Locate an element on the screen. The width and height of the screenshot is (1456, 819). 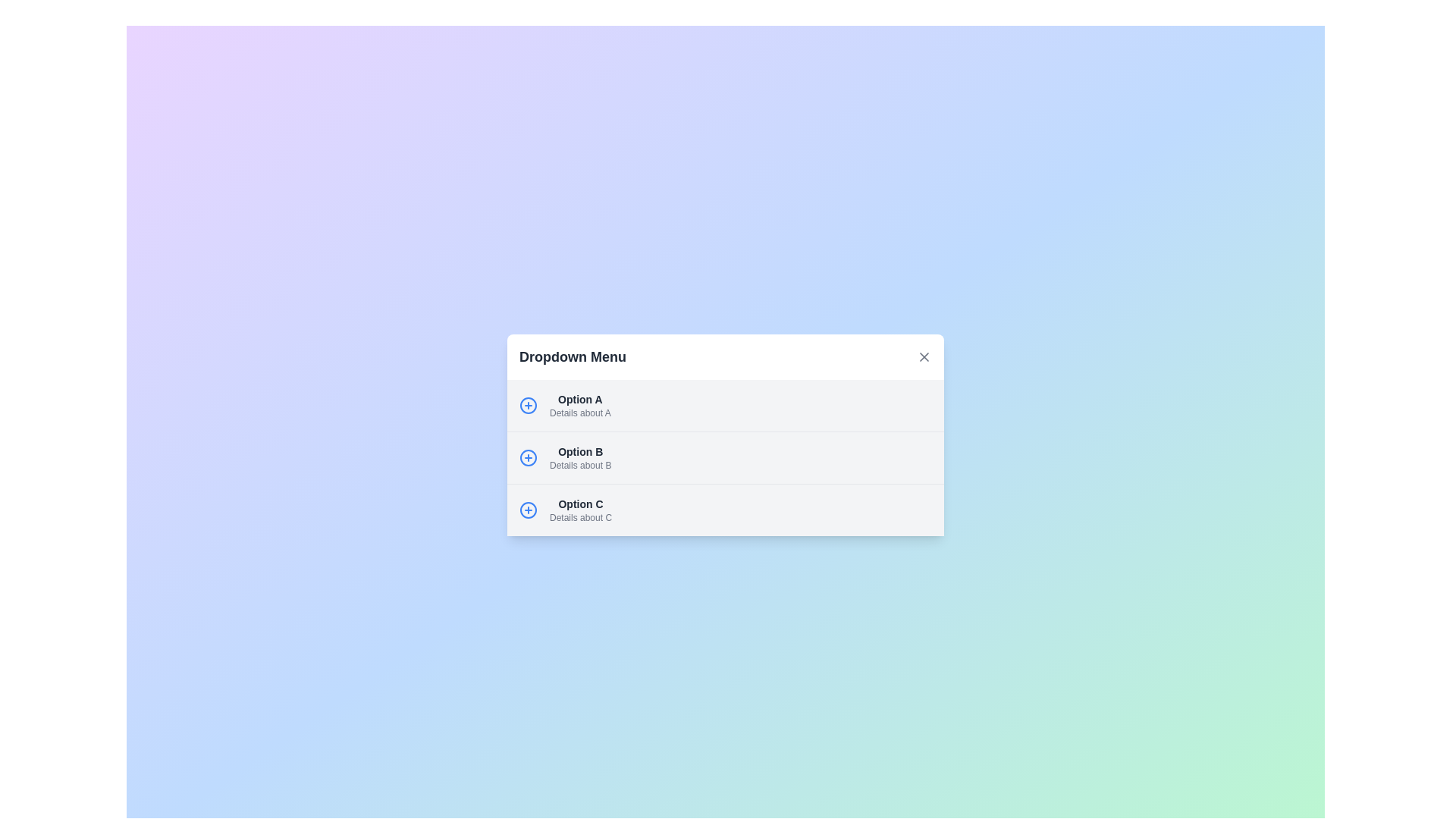
the close icon located at the top-right corner of the dropdown menu is located at coordinates (924, 356).